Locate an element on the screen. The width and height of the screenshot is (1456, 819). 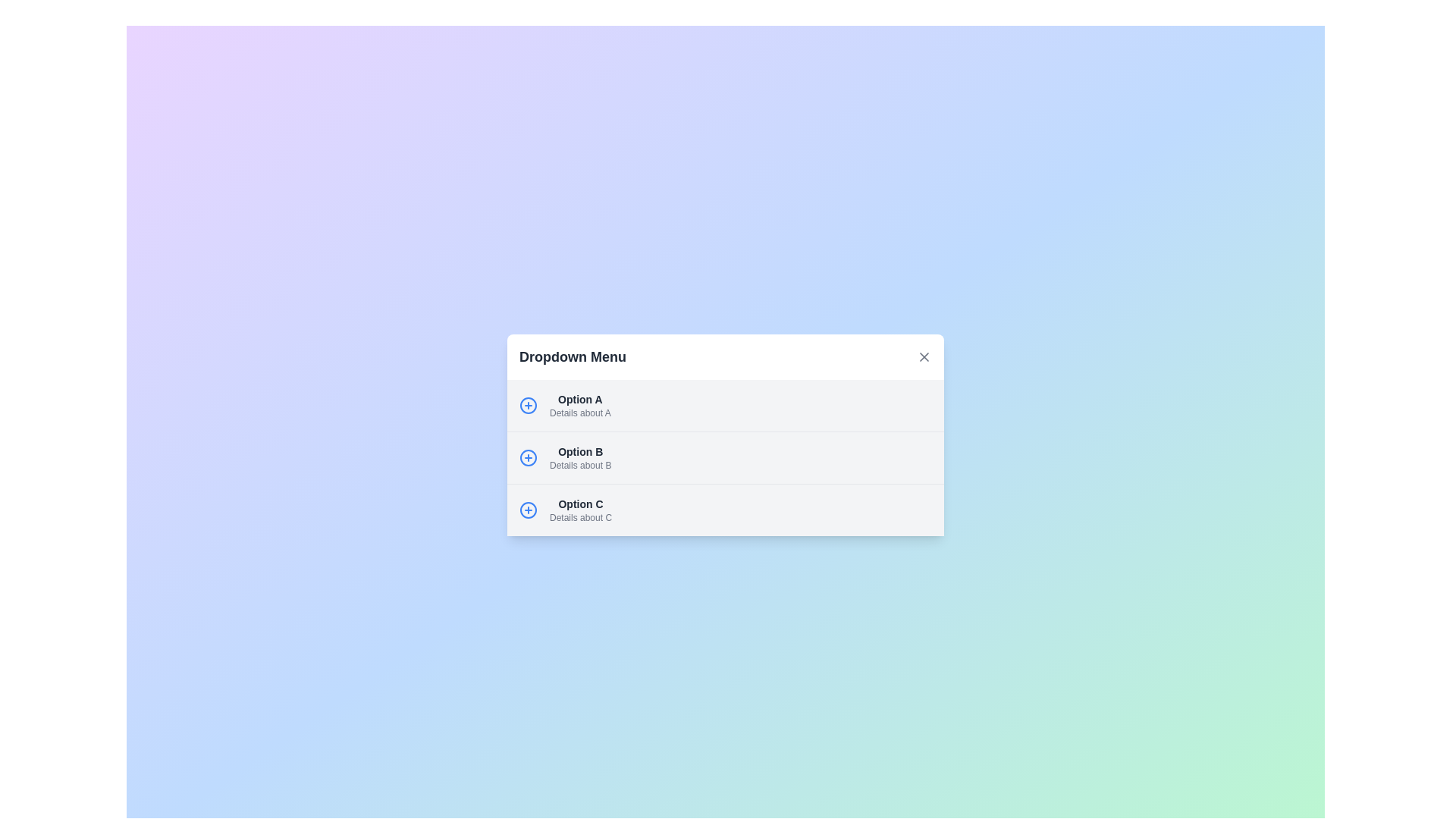
the close icon located at the top-right corner of the dropdown menu is located at coordinates (924, 356).